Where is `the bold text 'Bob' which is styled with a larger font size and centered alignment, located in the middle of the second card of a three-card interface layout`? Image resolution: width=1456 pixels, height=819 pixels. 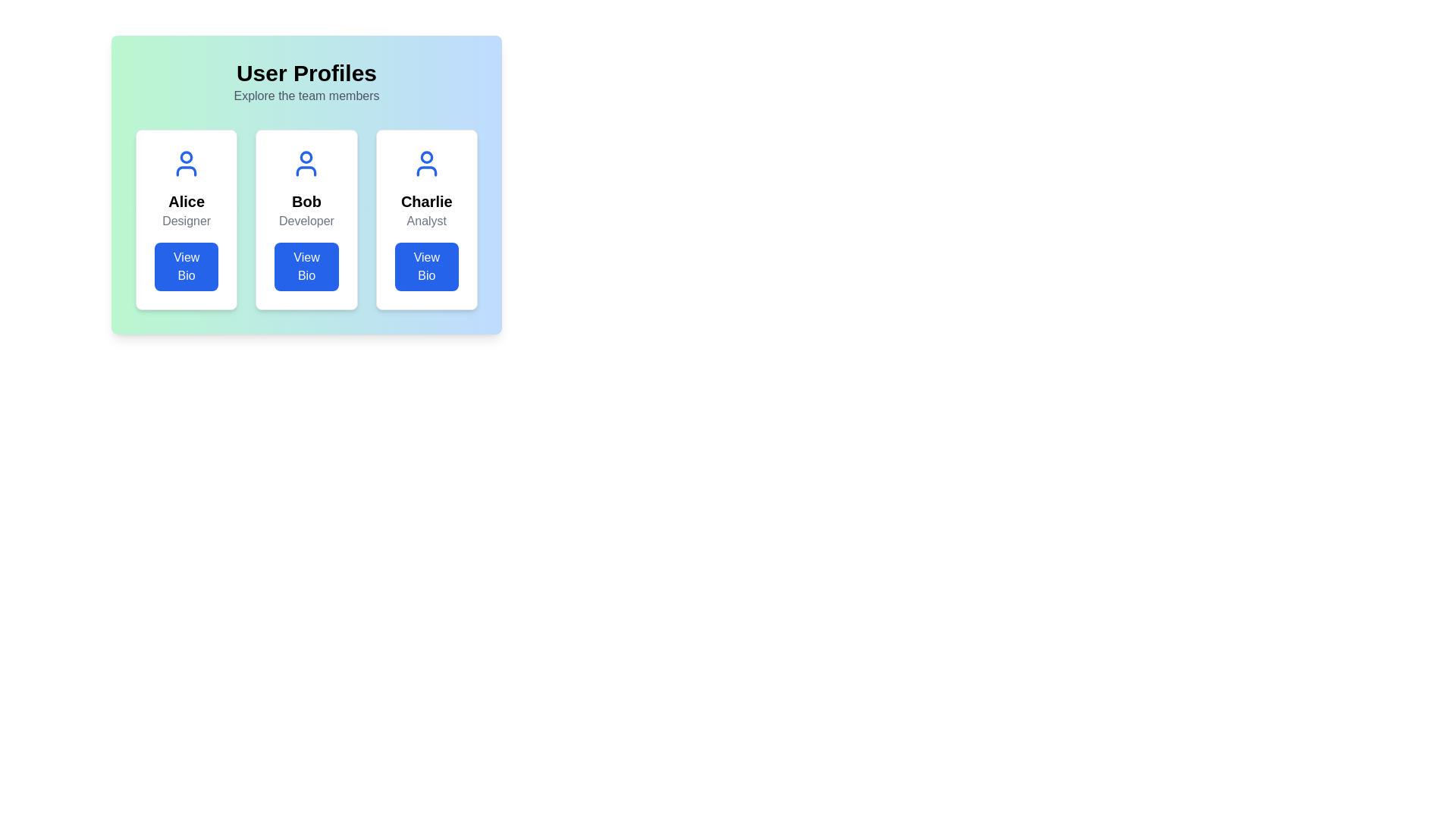 the bold text 'Bob' which is styled with a larger font size and centered alignment, located in the middle of the second card of a three-card interface layout is located at coordinates (306, 201).